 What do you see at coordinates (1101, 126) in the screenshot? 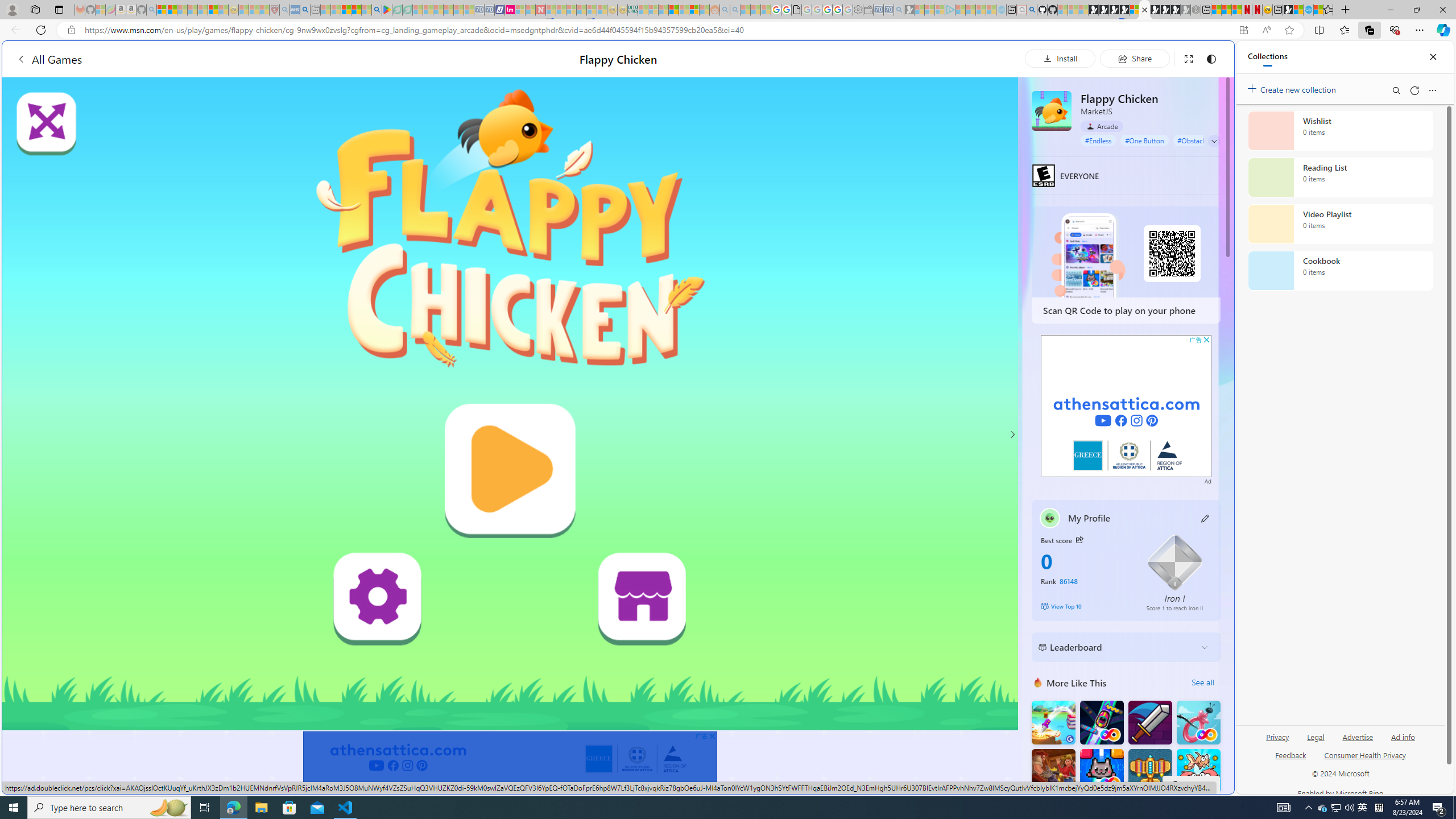
I see `'Arcade'` at bounding box center [1101, 126].